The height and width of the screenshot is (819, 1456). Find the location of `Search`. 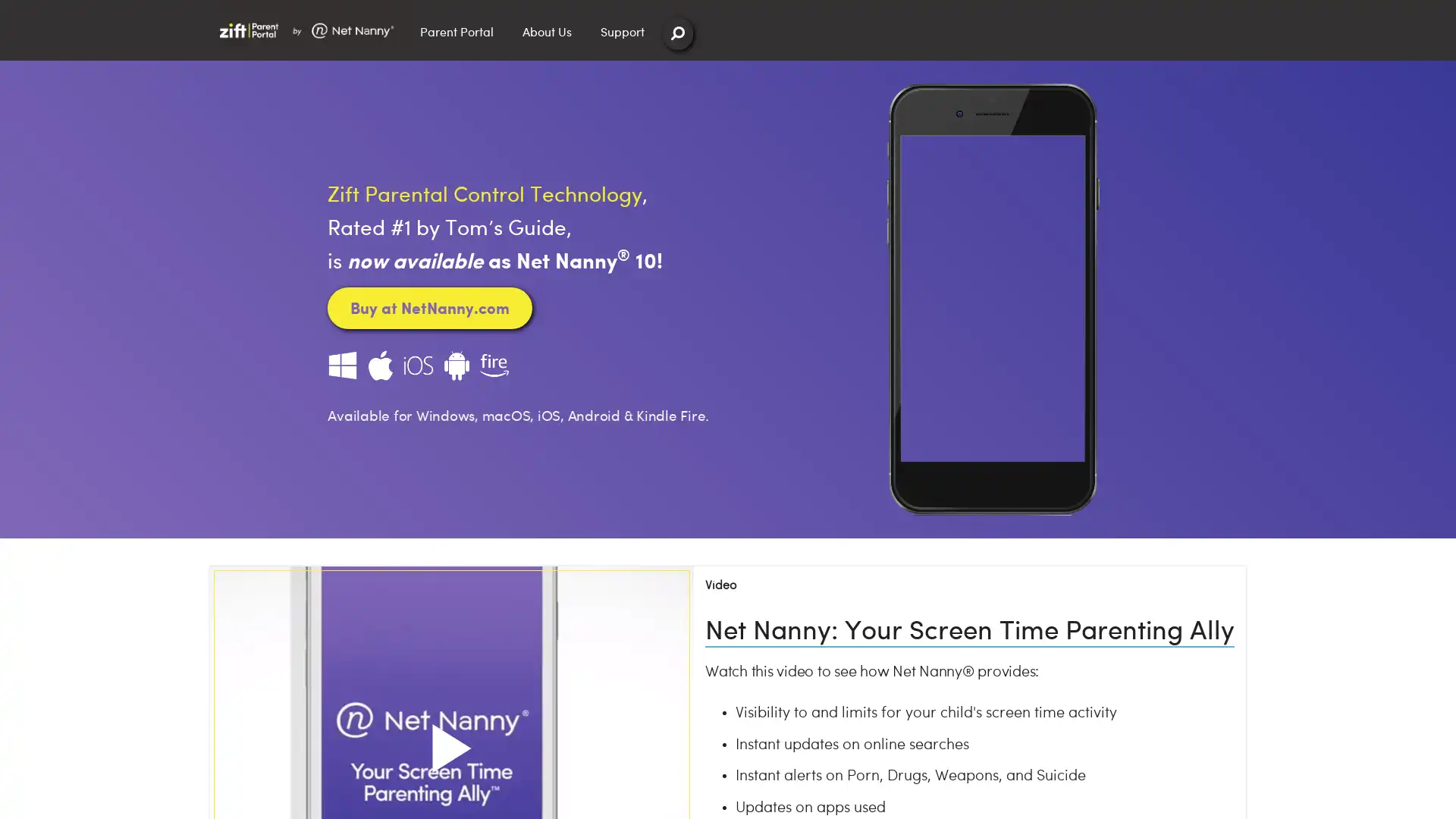

Search is located at coordinates (218, 105).